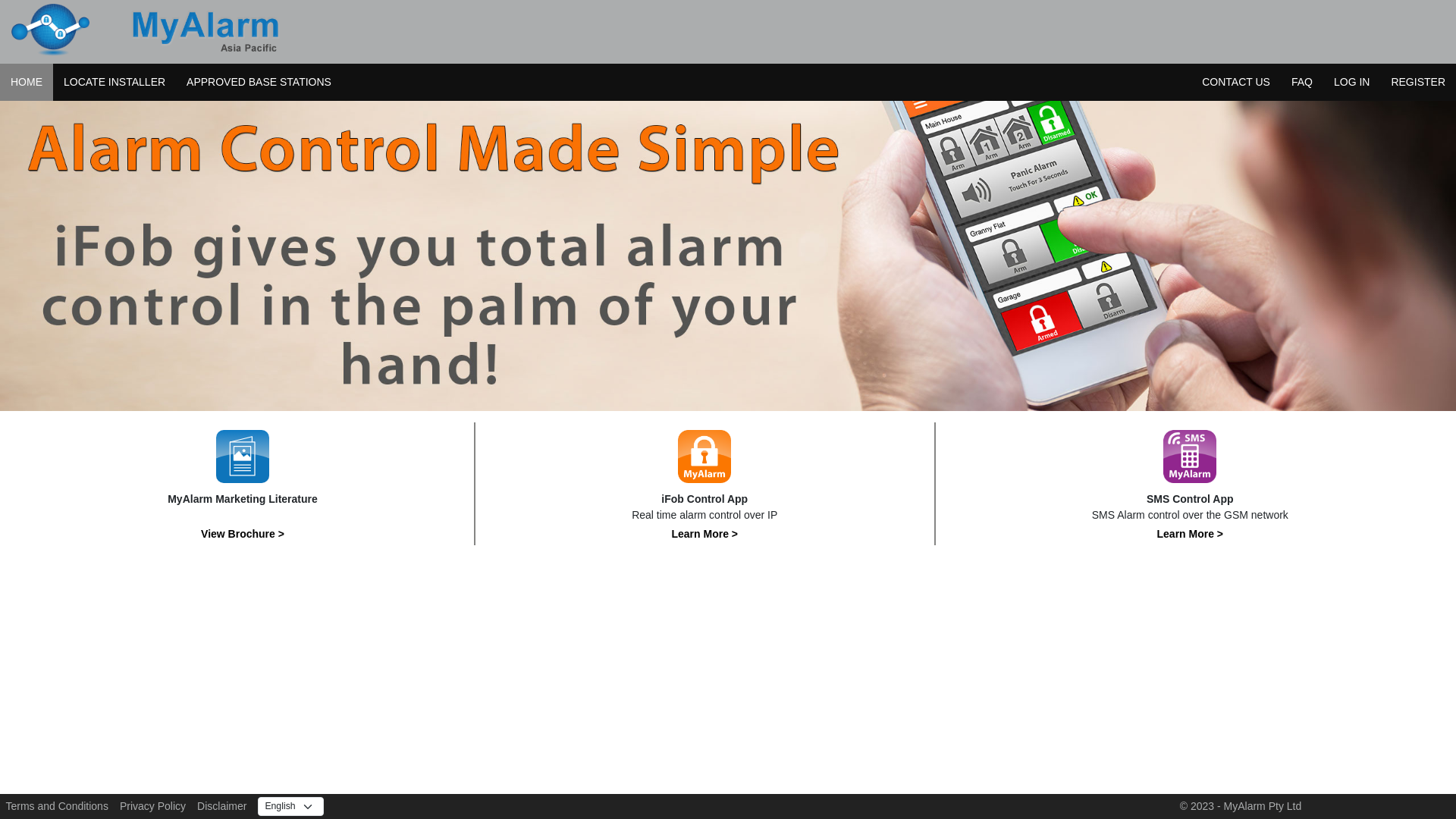  I want to click on 'Disclaimer', so click(196, 805).